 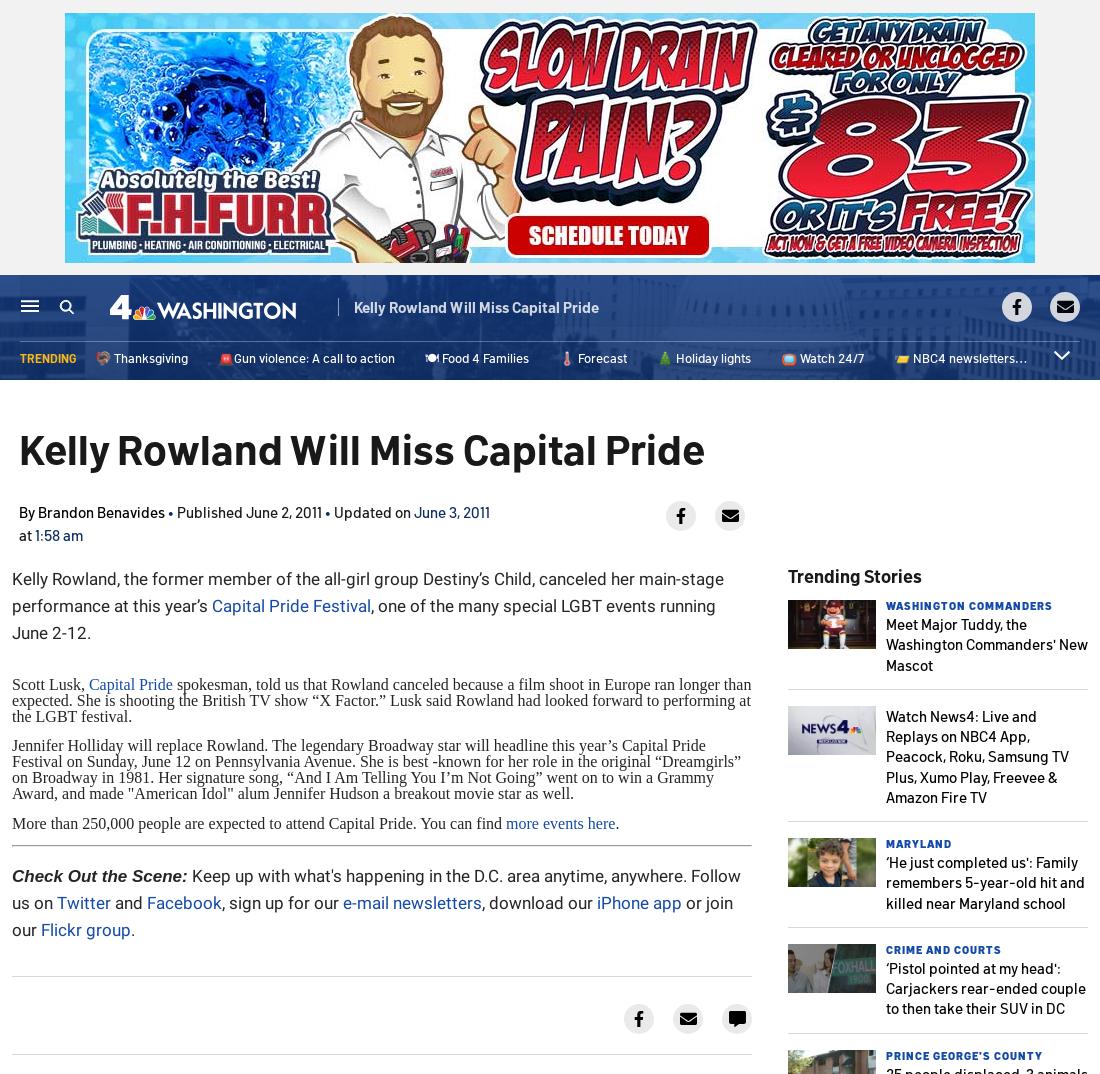 I want to click on '🚨Gun violence: A call to action', so click(x=305, y=358).